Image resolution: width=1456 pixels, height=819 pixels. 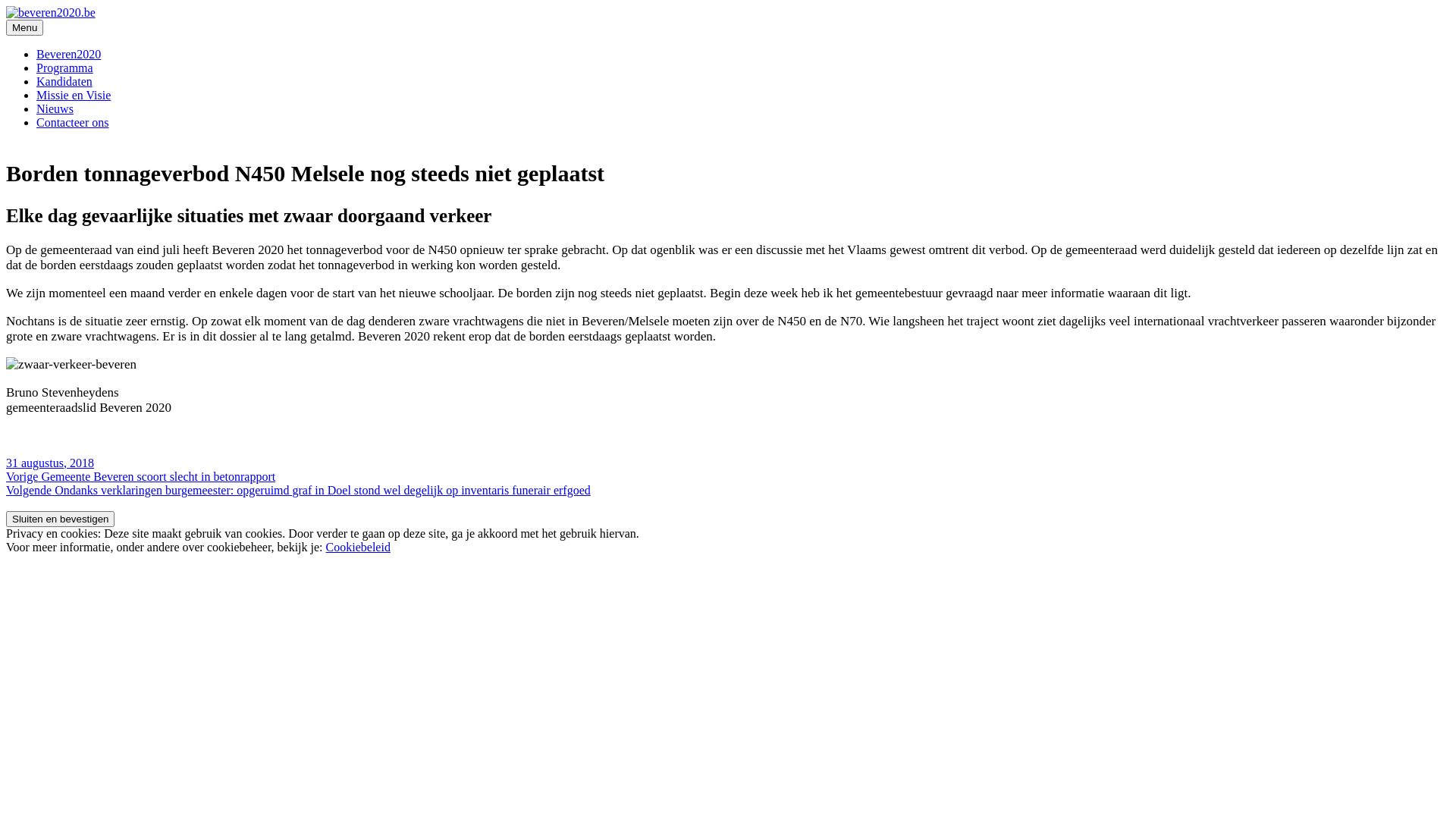 I want to click on 'Missie en Visie', so click(x=72, y=95).